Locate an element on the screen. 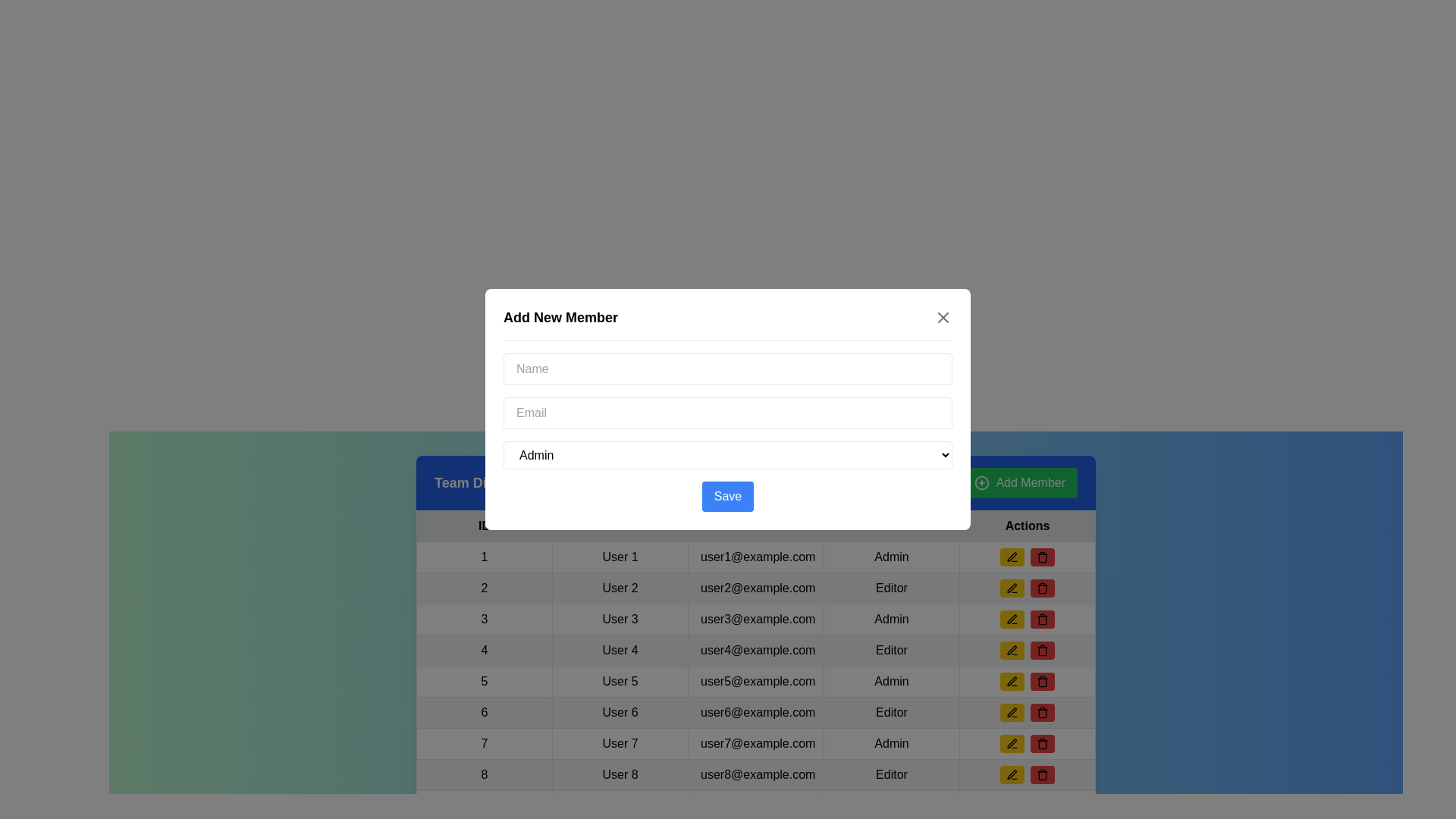 Image resolution: width=1456 pixels, height=819 pixels. the fourth row of the user information table displaying details for 'User 4' is located at coordinates (756, 649).